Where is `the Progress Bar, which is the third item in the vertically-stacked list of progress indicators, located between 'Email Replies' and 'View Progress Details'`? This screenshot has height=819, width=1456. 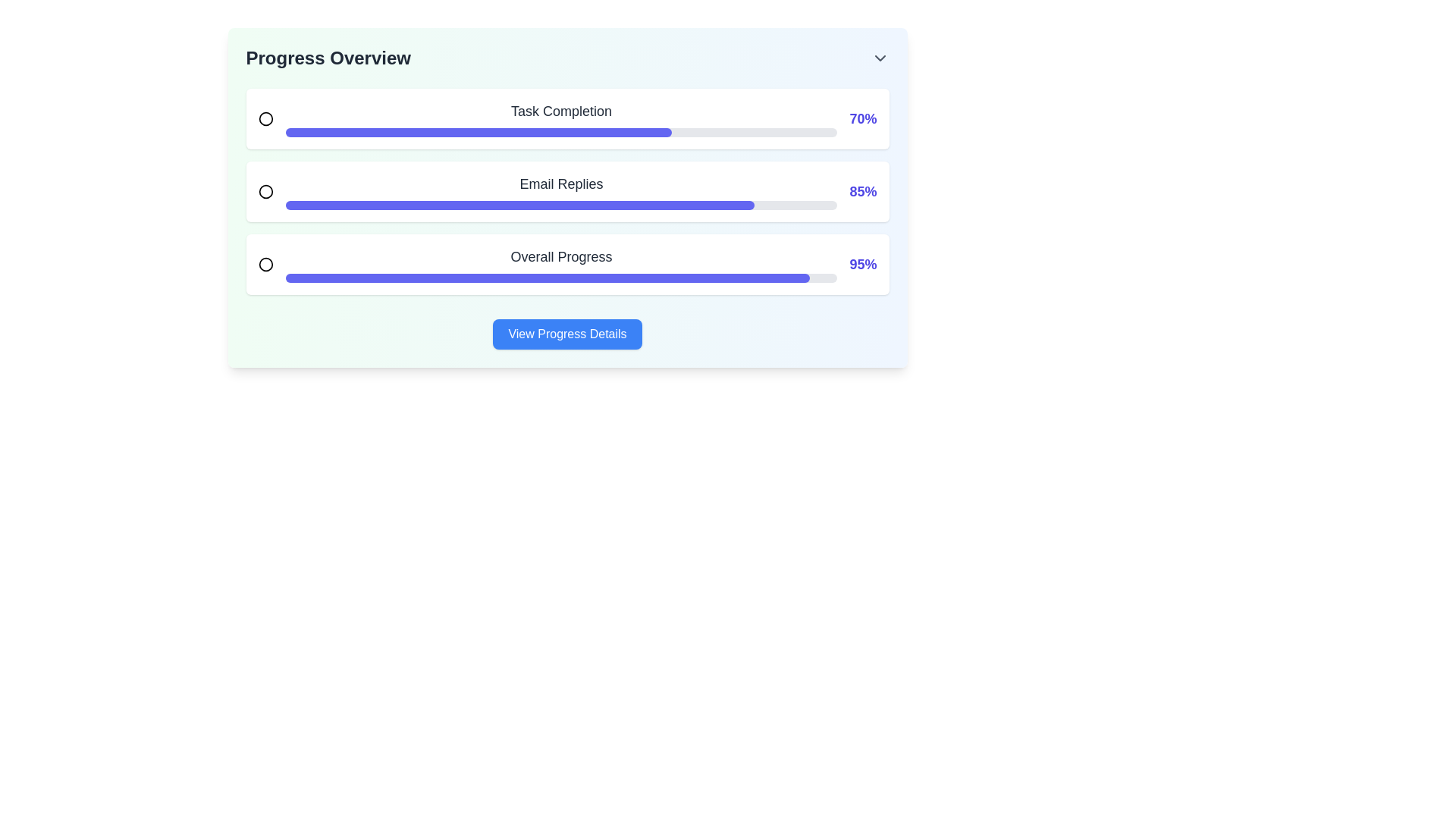 the Progress Bar, which is the third item in the vertically-stacked list of progress indicators, located between 'Email Replies' and 'View Progress Details' is located at coordinates (566, 263).